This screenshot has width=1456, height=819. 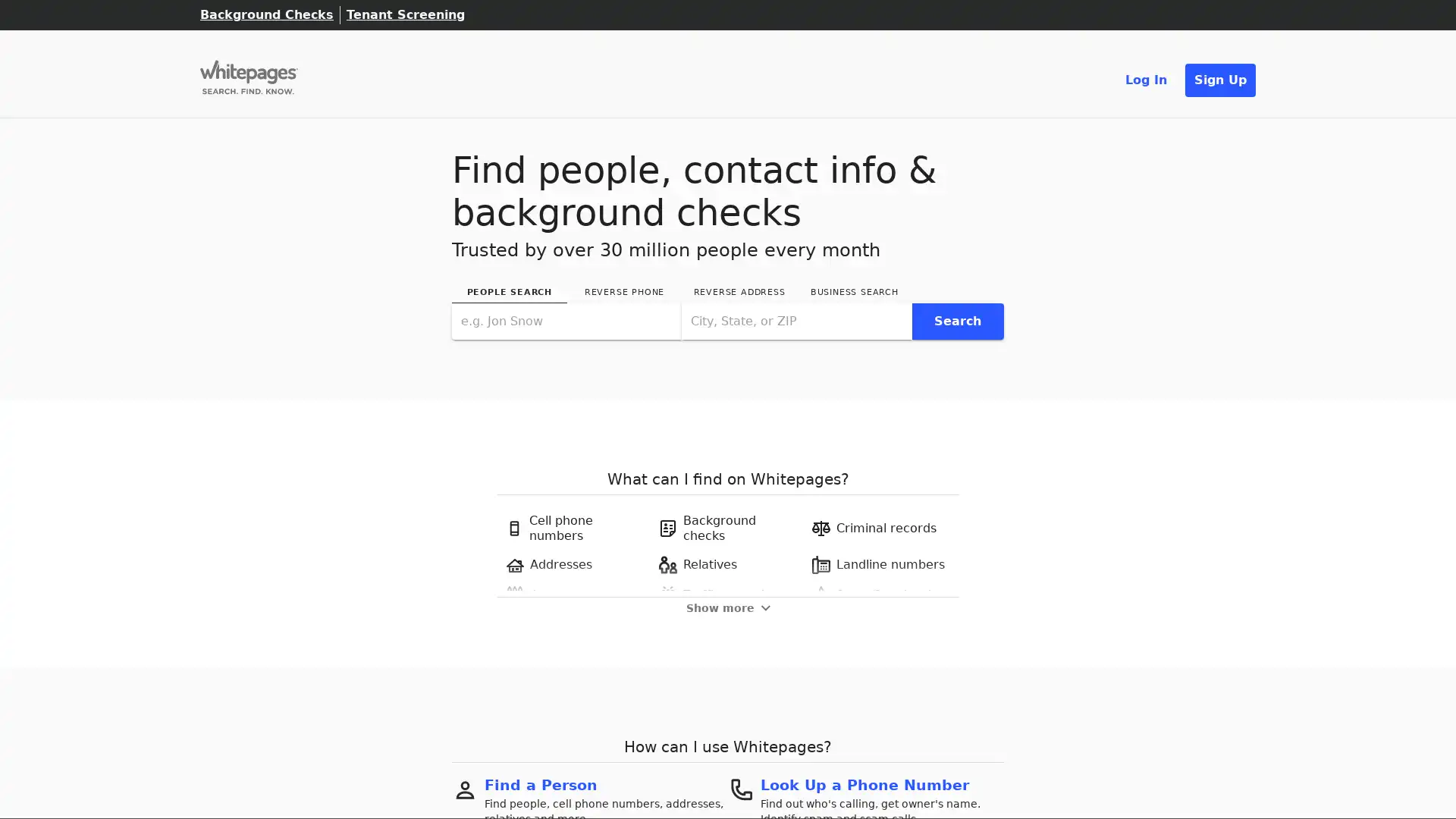 What do you see at coordinates (726, 607) in the screenshot?
I see `Show more` at bounding box center [726, 607].